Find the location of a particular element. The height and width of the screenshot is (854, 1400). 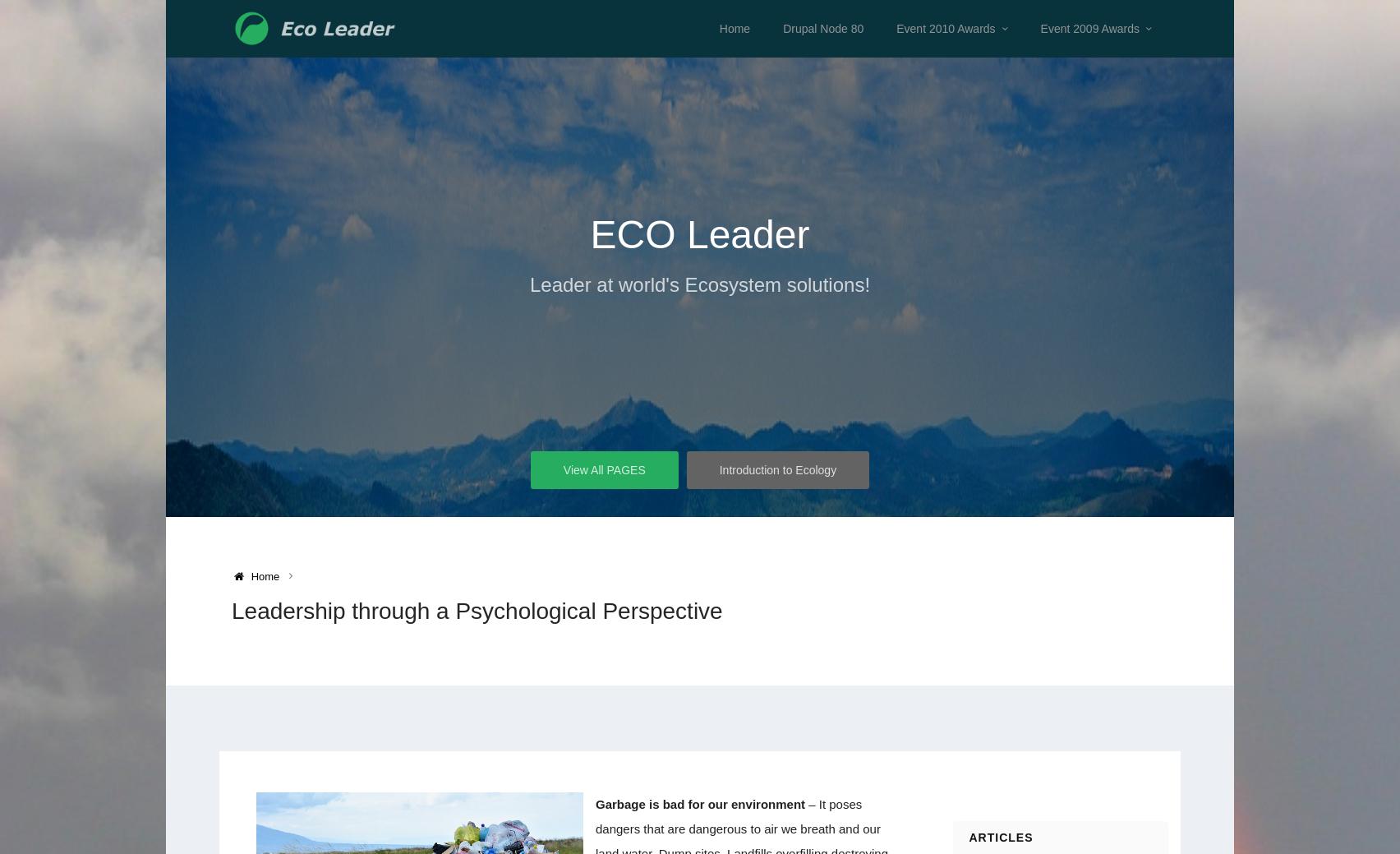

'View All PAGES' is located at coordinates (602, 469).